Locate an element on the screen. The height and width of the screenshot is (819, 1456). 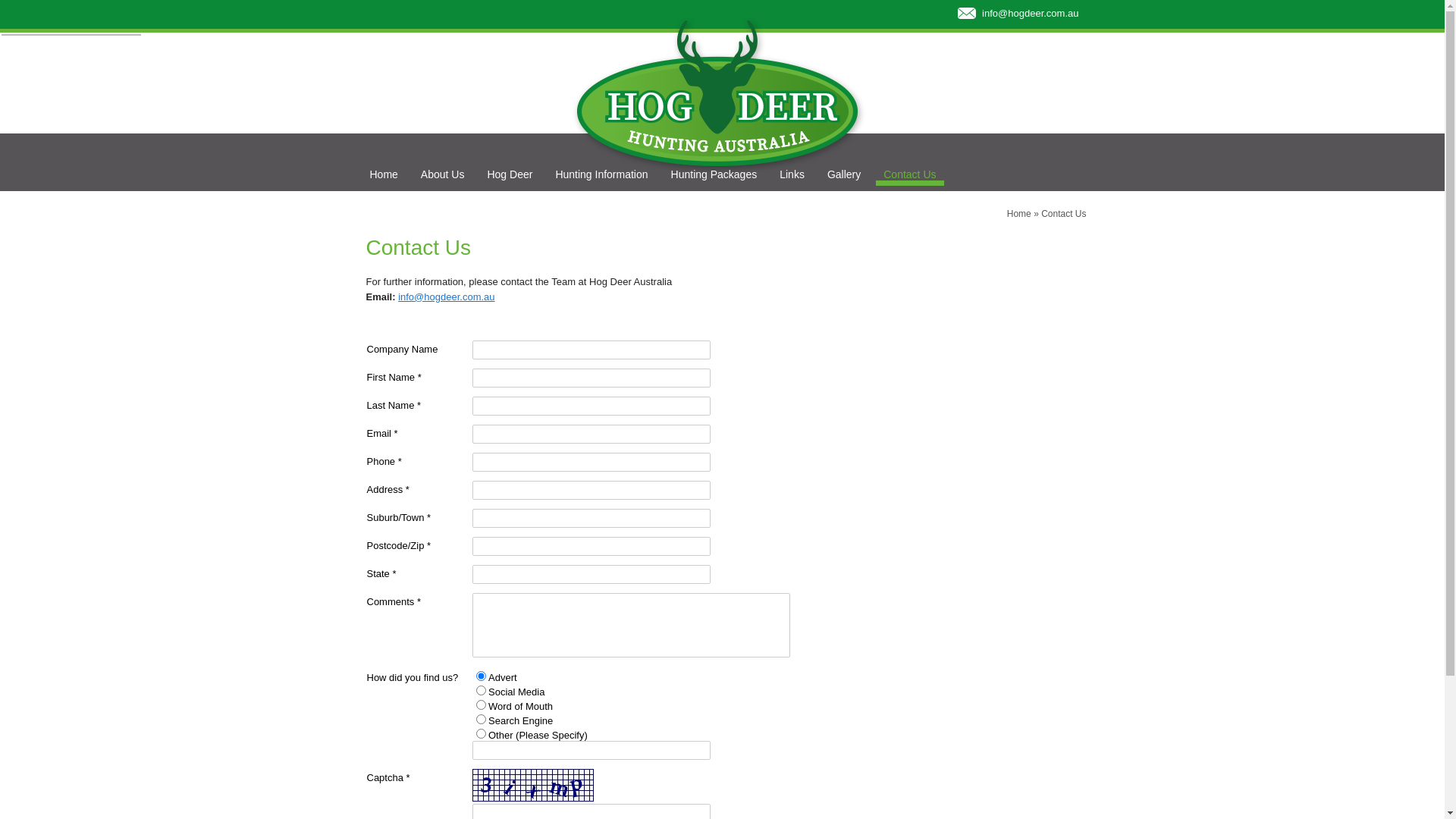
'Contact Us' is located at coordinates (1062, 213).